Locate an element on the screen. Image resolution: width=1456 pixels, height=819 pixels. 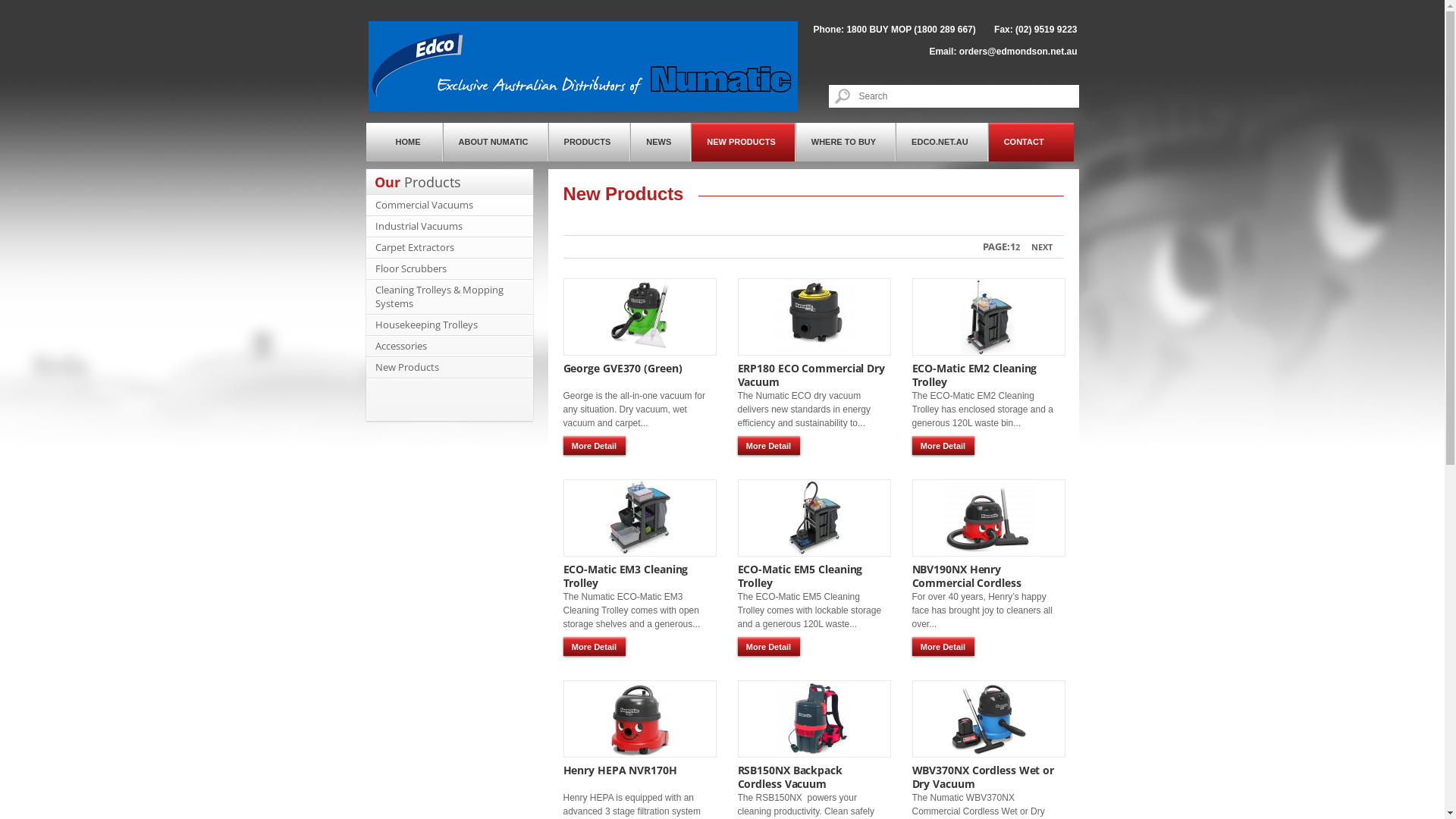
'Carpet Extractors' is located at coordinates (414, 246).